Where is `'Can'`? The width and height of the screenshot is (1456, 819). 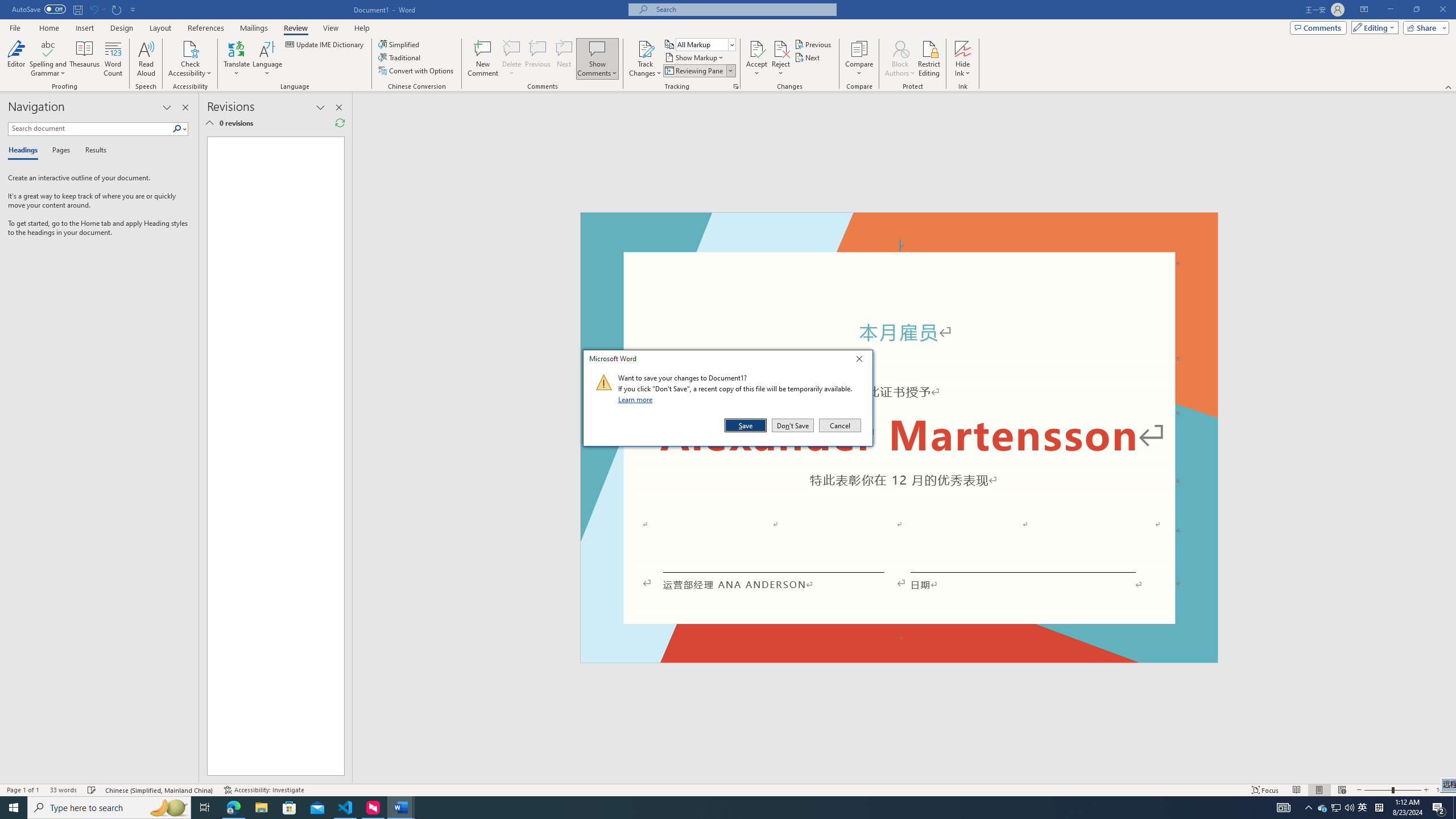
'Can' is located at coordinates (97, 9).